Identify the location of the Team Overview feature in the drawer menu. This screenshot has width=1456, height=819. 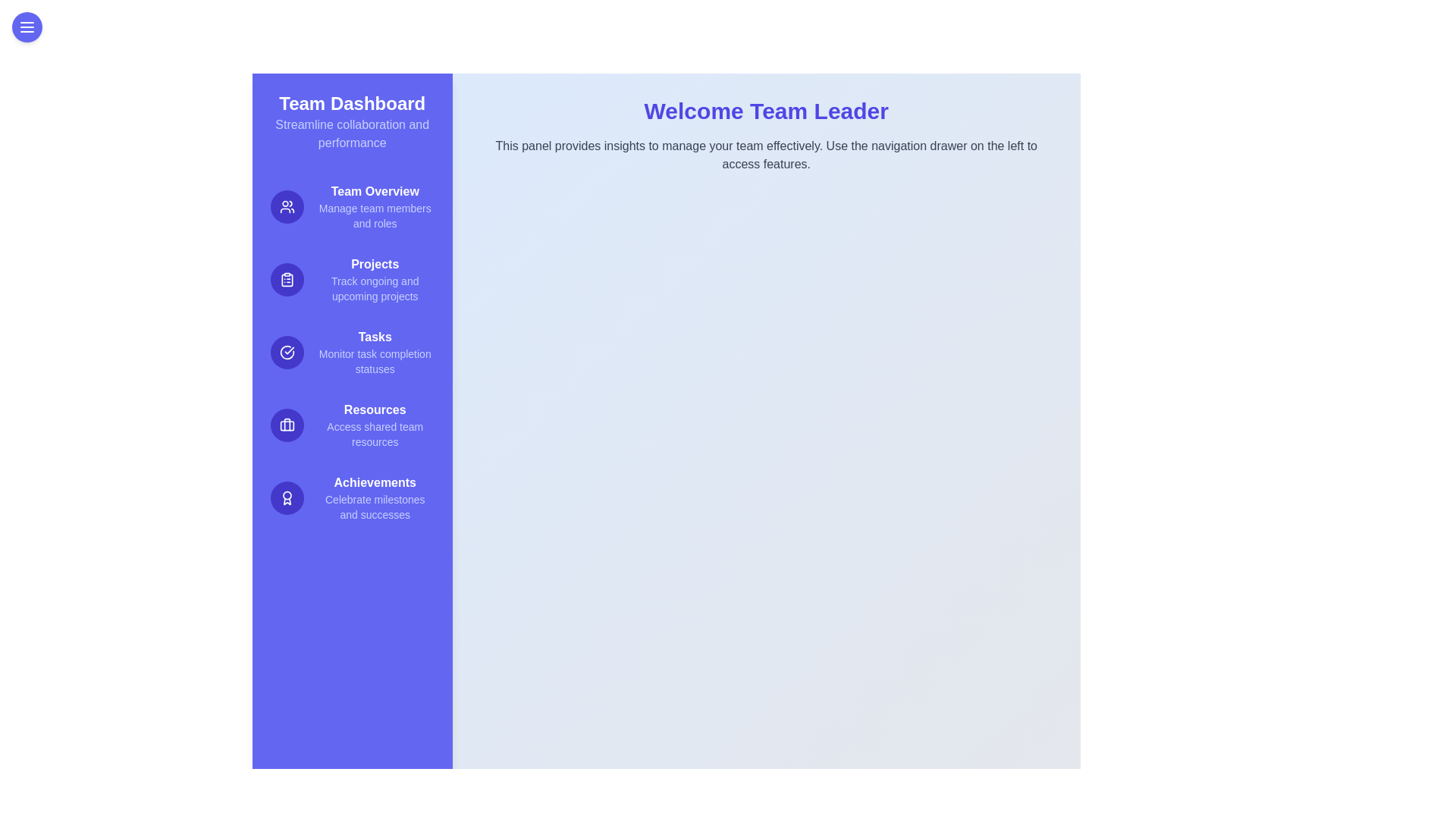
(351, 207).